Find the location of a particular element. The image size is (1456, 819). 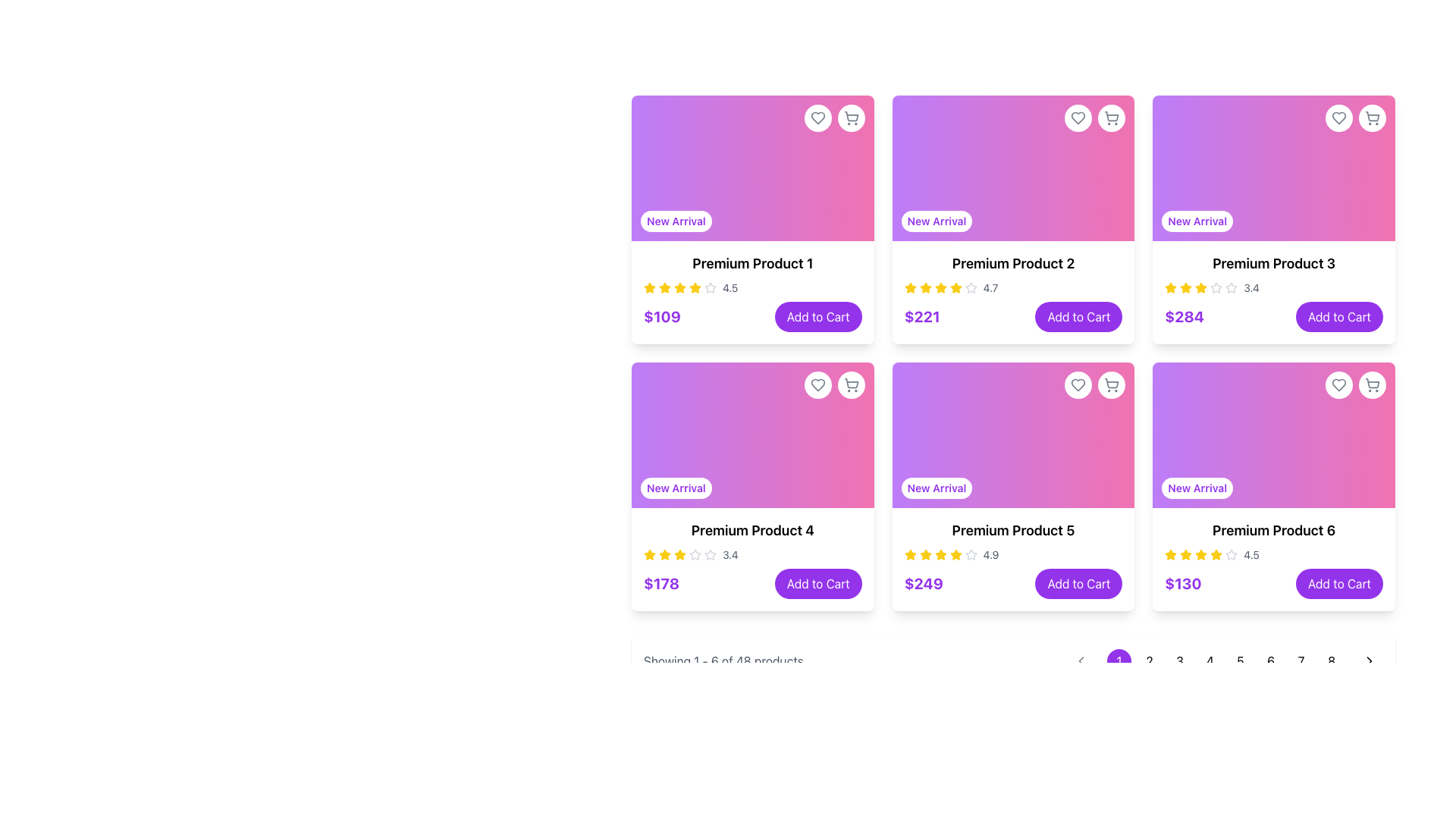

the shopping cart button icon located in the top-right corner of the 'Premium Product 6' card is located at coordinates (1372, 382).